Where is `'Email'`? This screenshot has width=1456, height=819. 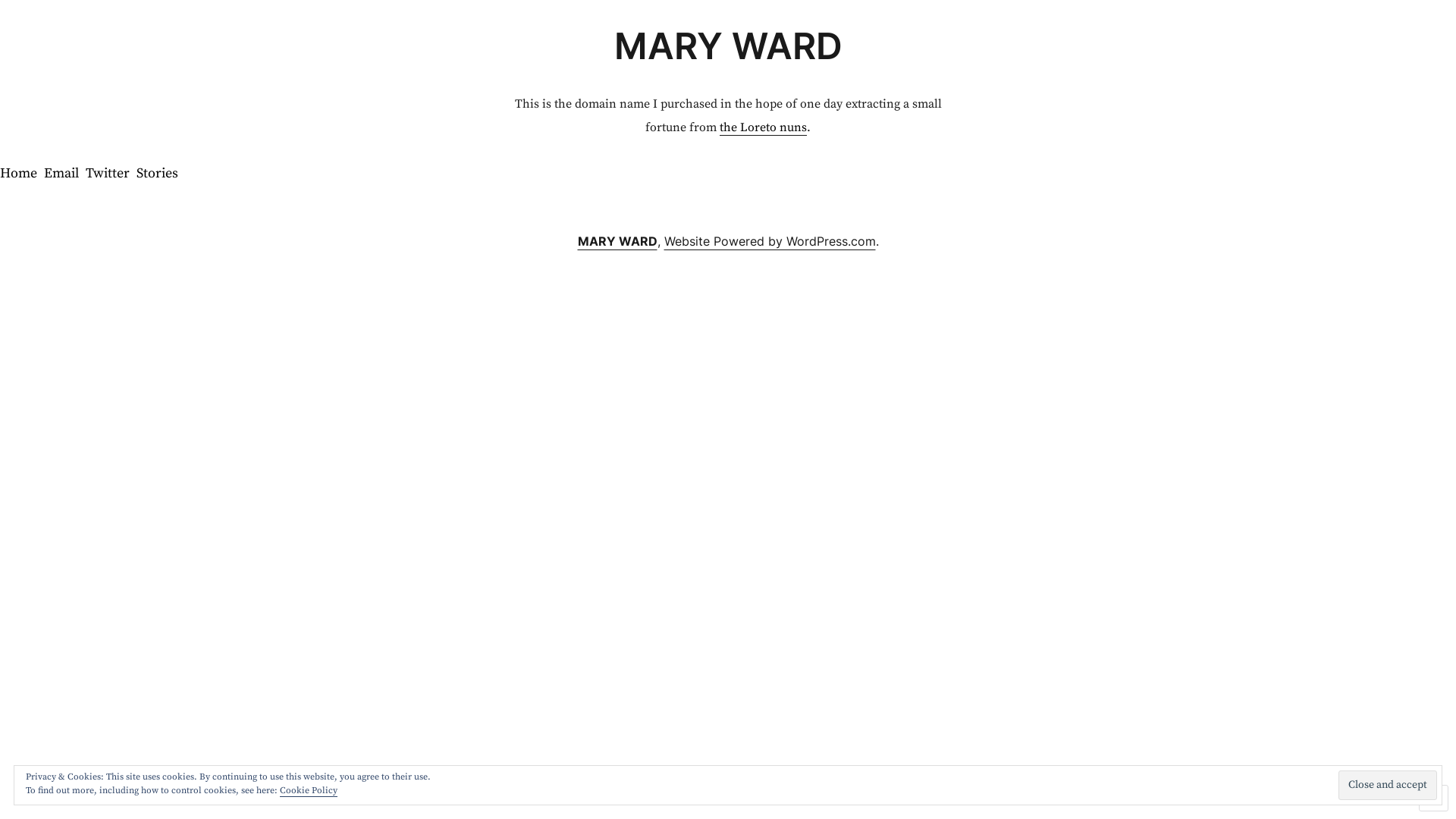
'Email' is located at coordinates (61, 174).